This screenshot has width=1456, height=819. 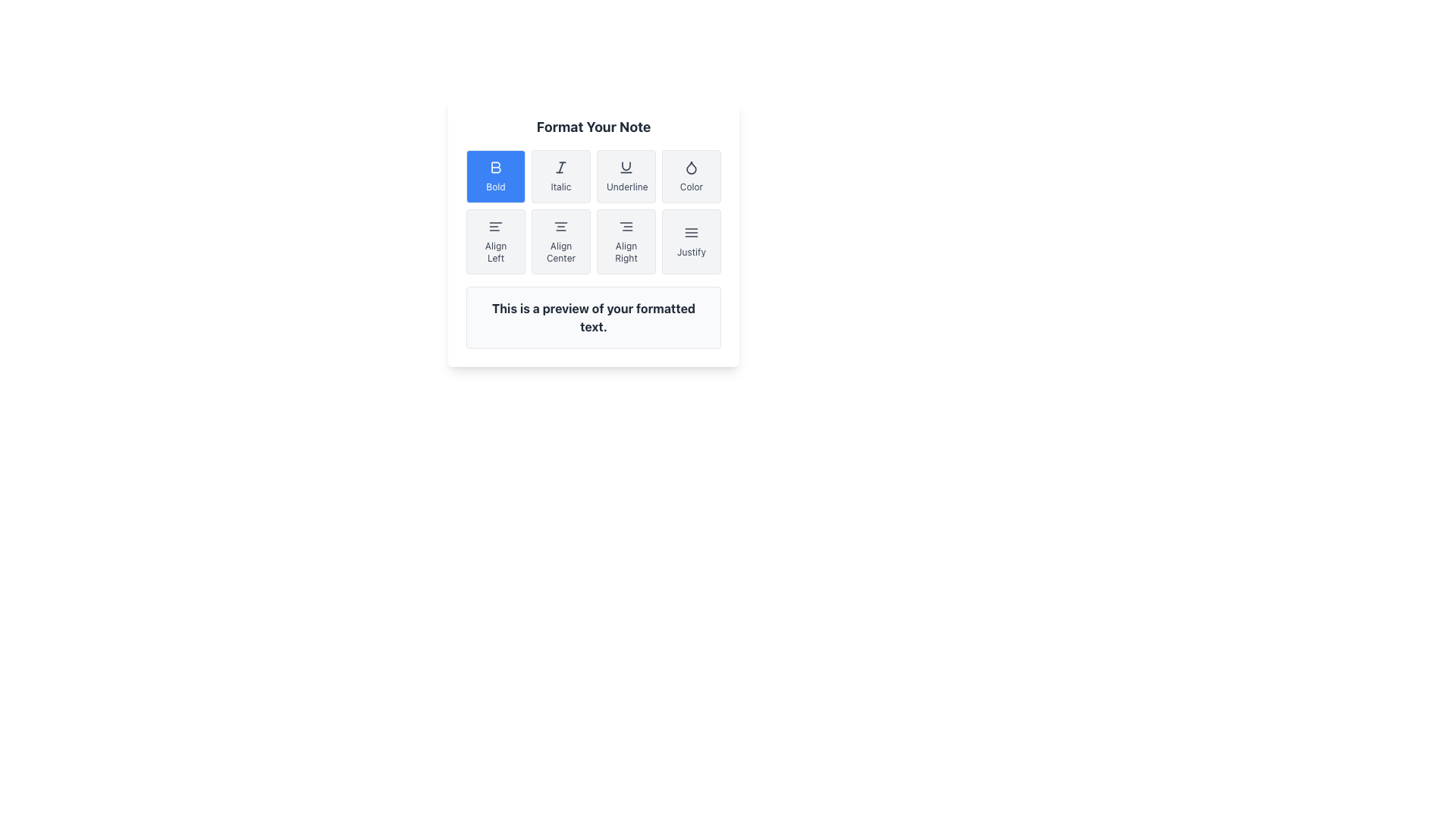 What do you see at coordinates (626, 227) in the screenshot?
I see `the 'Align Right' icon` at bounding box center [626, 227].